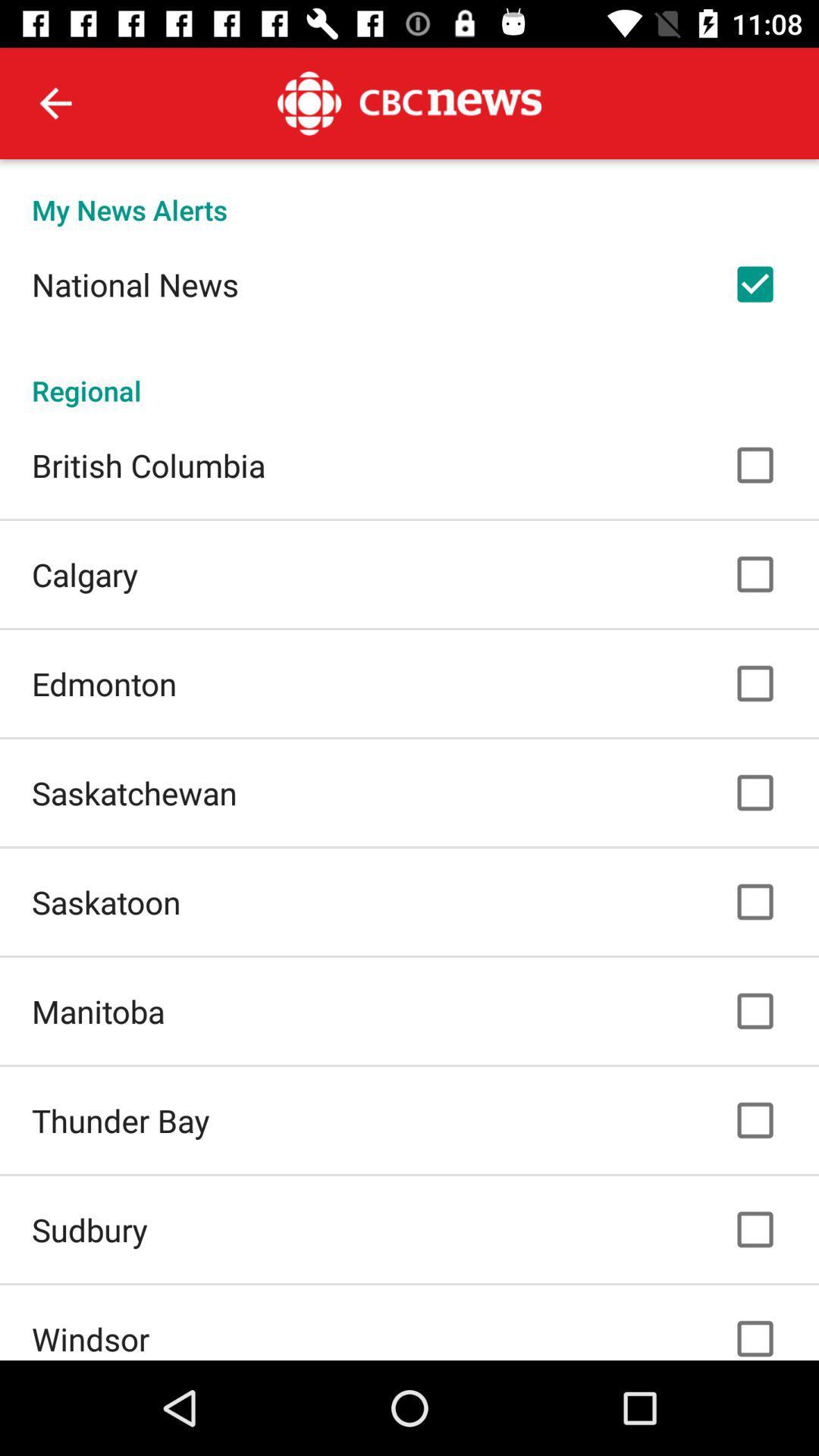 The width and height of the screenshot is (819, 1456). What do you see at coordinates (85, 573) in the screenshot?
I see `the calgary icon` at bounding box center [85, 573].